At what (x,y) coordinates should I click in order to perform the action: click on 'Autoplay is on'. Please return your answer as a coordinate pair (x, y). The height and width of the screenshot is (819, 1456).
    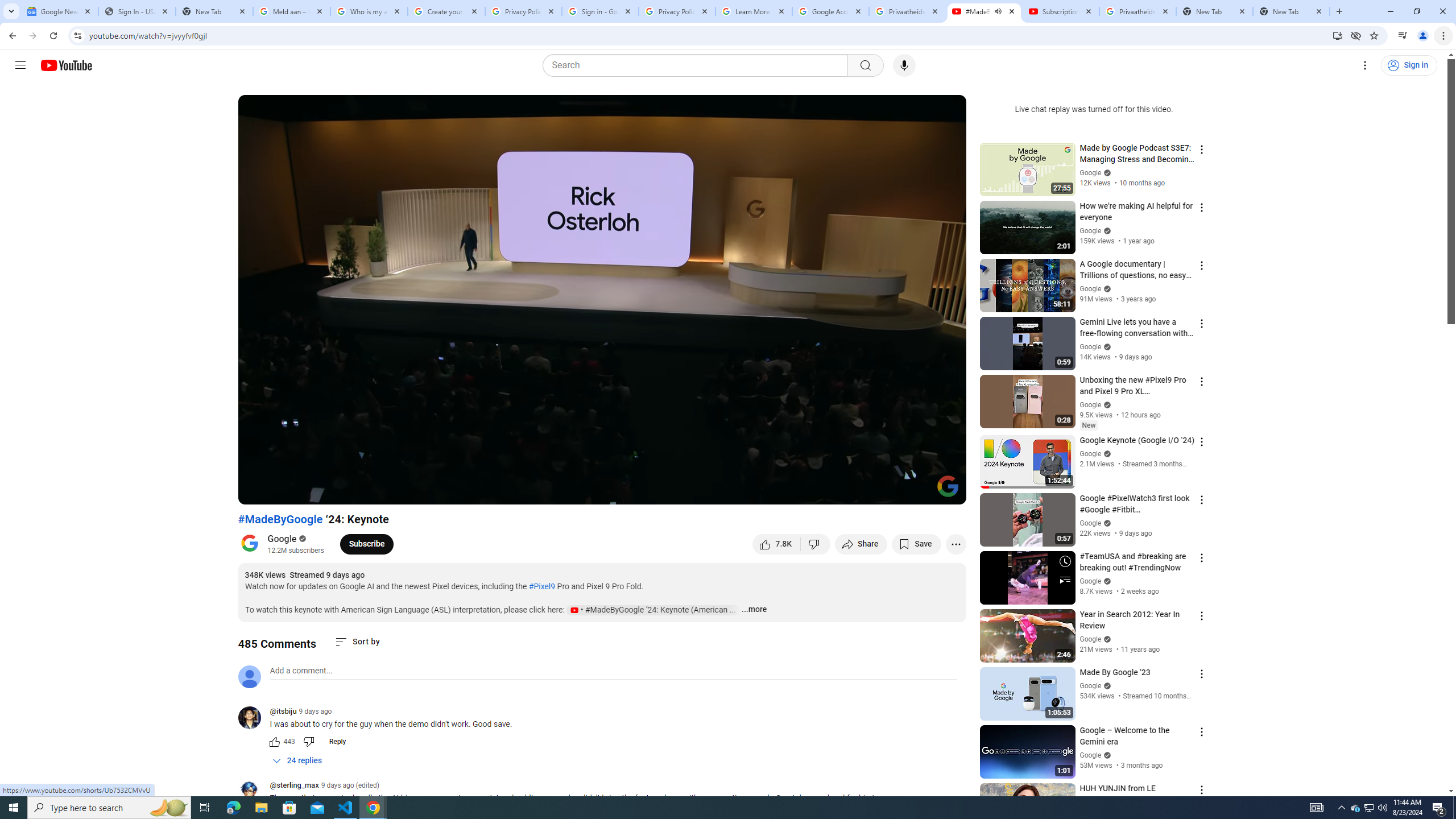
    Looking at the image, I should click on (809, 490).